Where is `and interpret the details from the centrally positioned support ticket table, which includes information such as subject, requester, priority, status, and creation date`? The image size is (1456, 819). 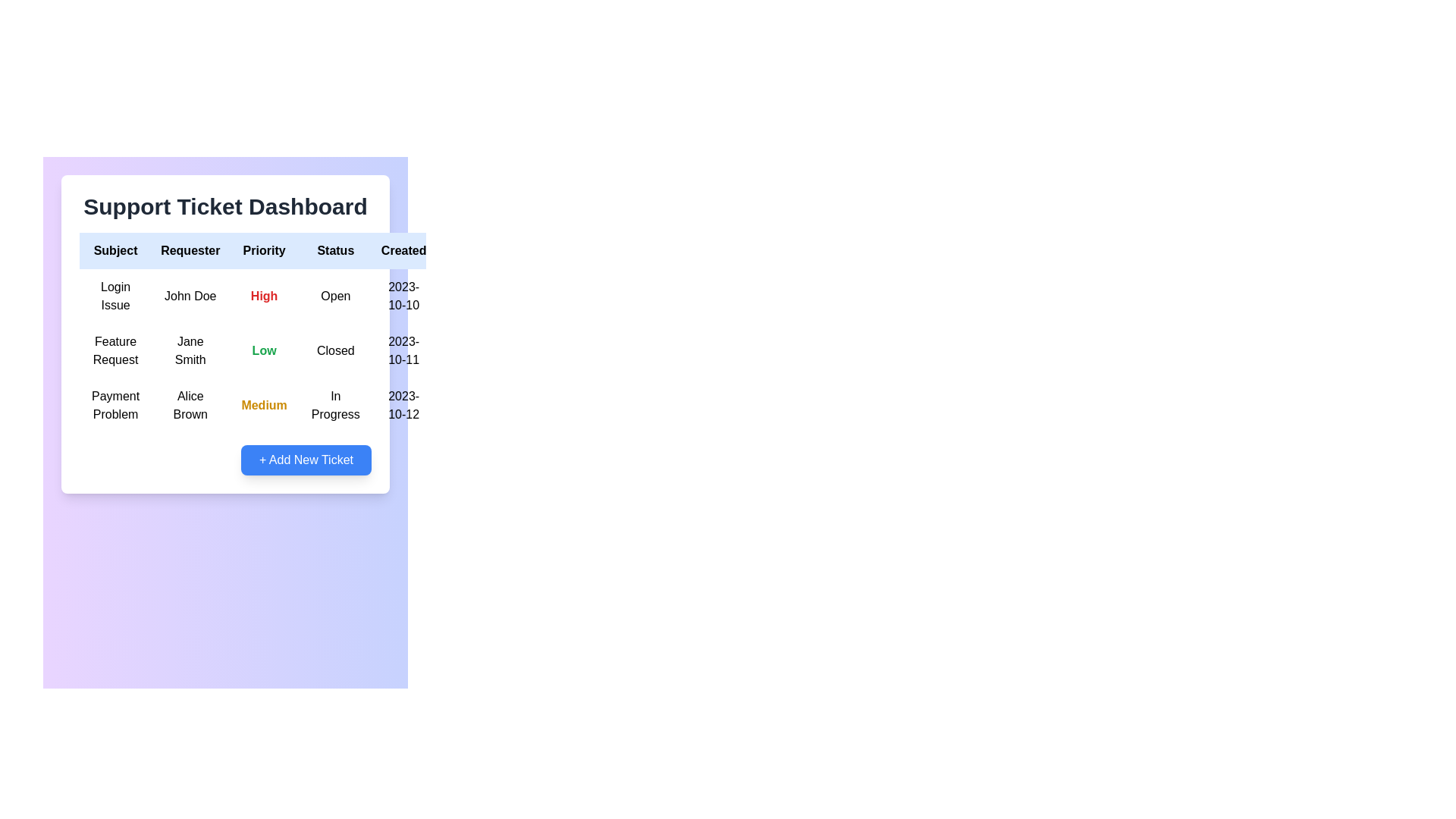 and interpret the details from the centrally positioned support ticket table, which includes information such as subject, requester, priority, status, and creation date is located at coordinates (224, 333).